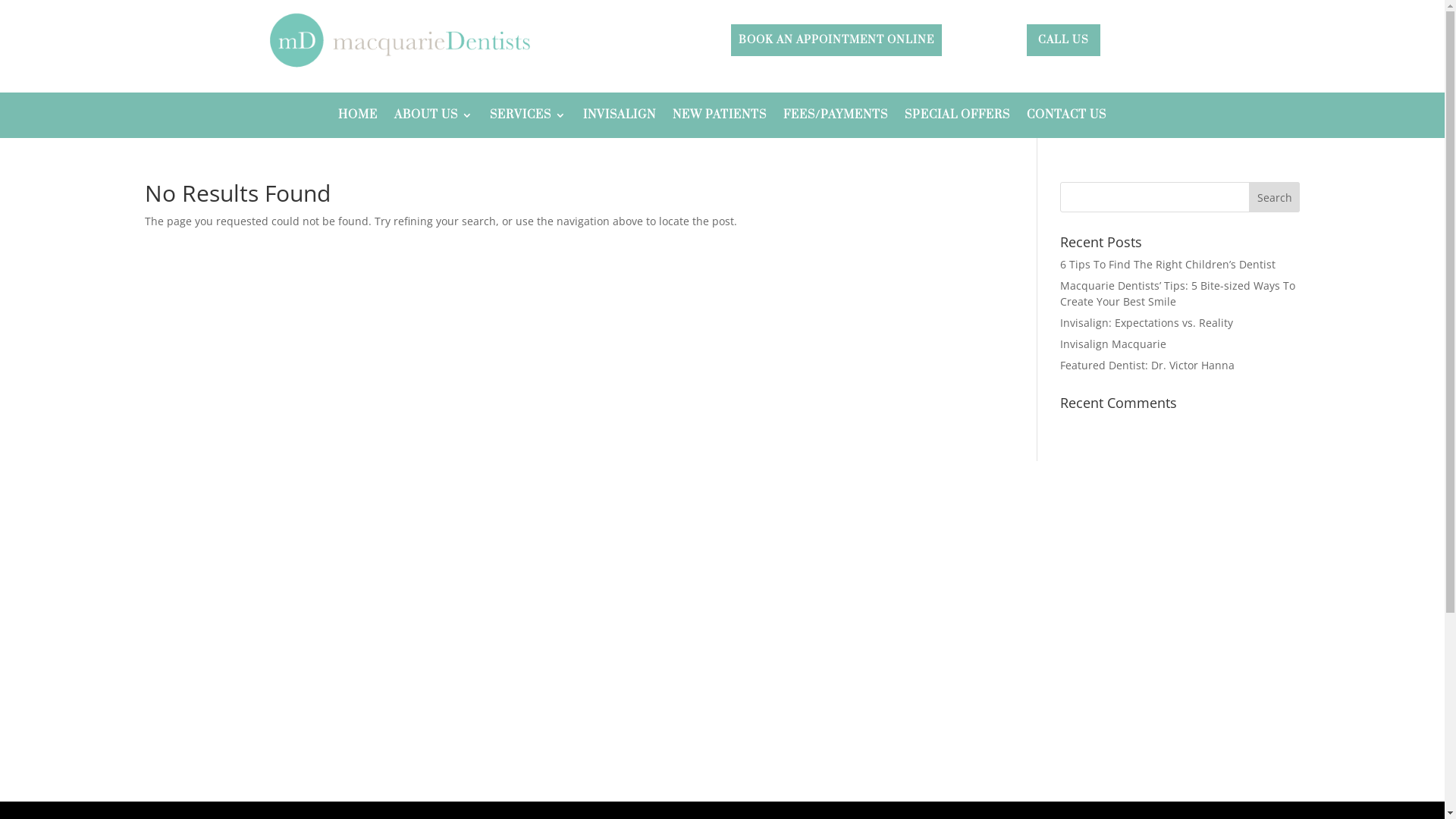  What do you see at coordinates (1059, 322) in the screenshot?
I see `'Invisalign: Expectations vs. Reality'` at bounding box center [1059, 322].